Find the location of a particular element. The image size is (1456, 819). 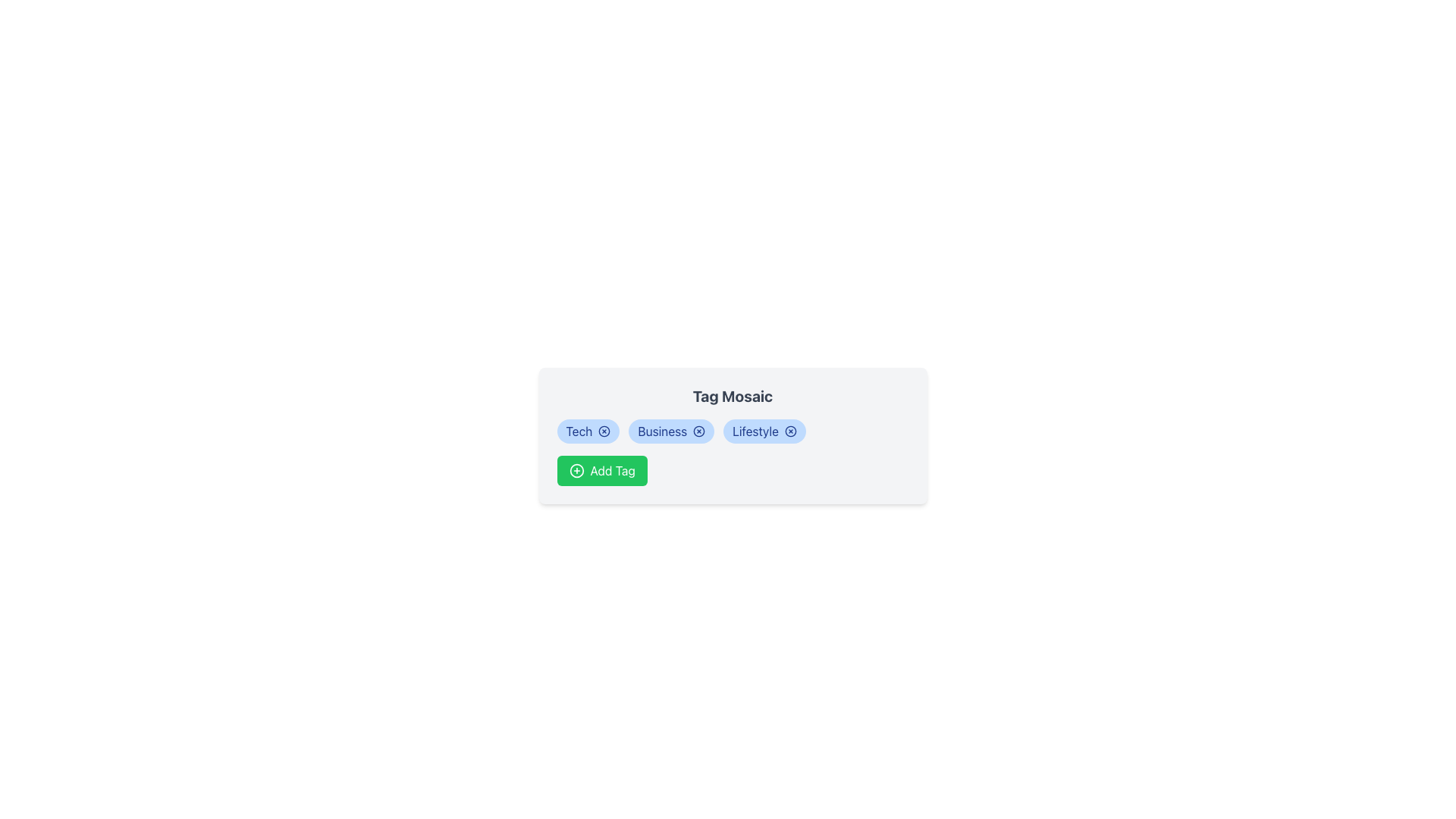

the inner circle of the 'x-circle' icon located next to the 'Lifestyle' tag is located at coordinates (789, 431).